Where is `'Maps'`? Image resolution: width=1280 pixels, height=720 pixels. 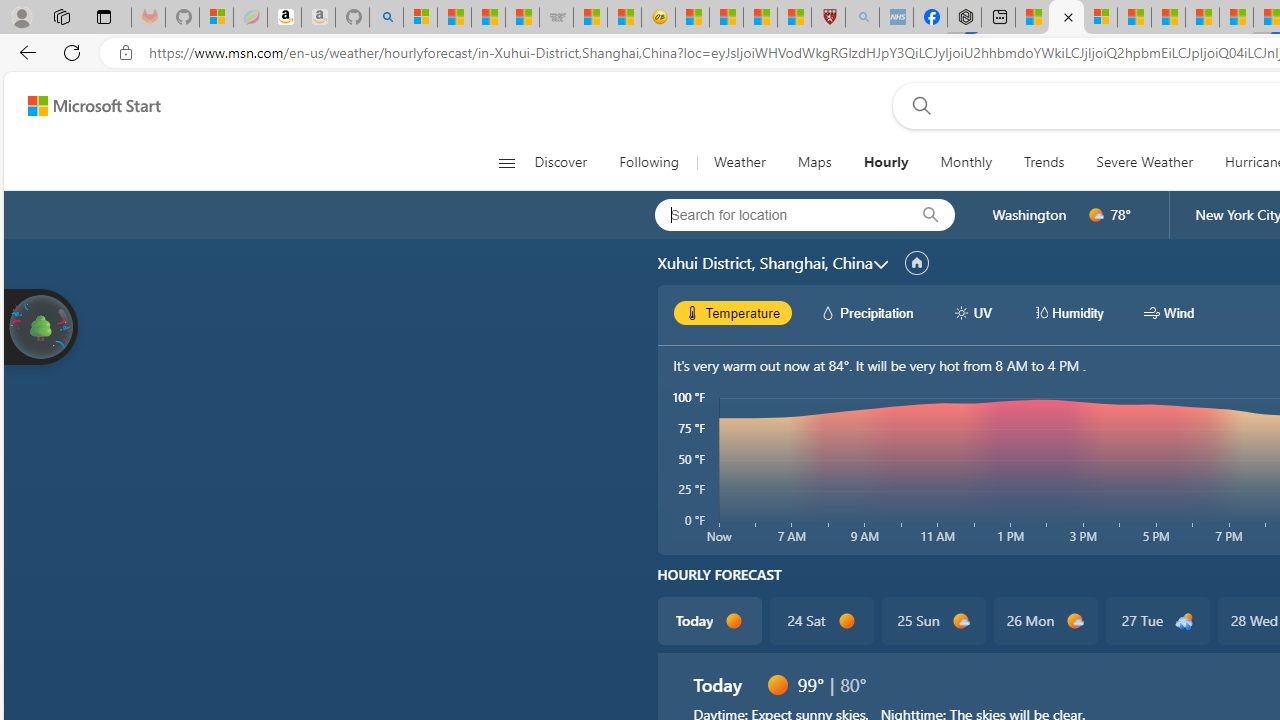 'Maps' is located at coordinates (814, 162).